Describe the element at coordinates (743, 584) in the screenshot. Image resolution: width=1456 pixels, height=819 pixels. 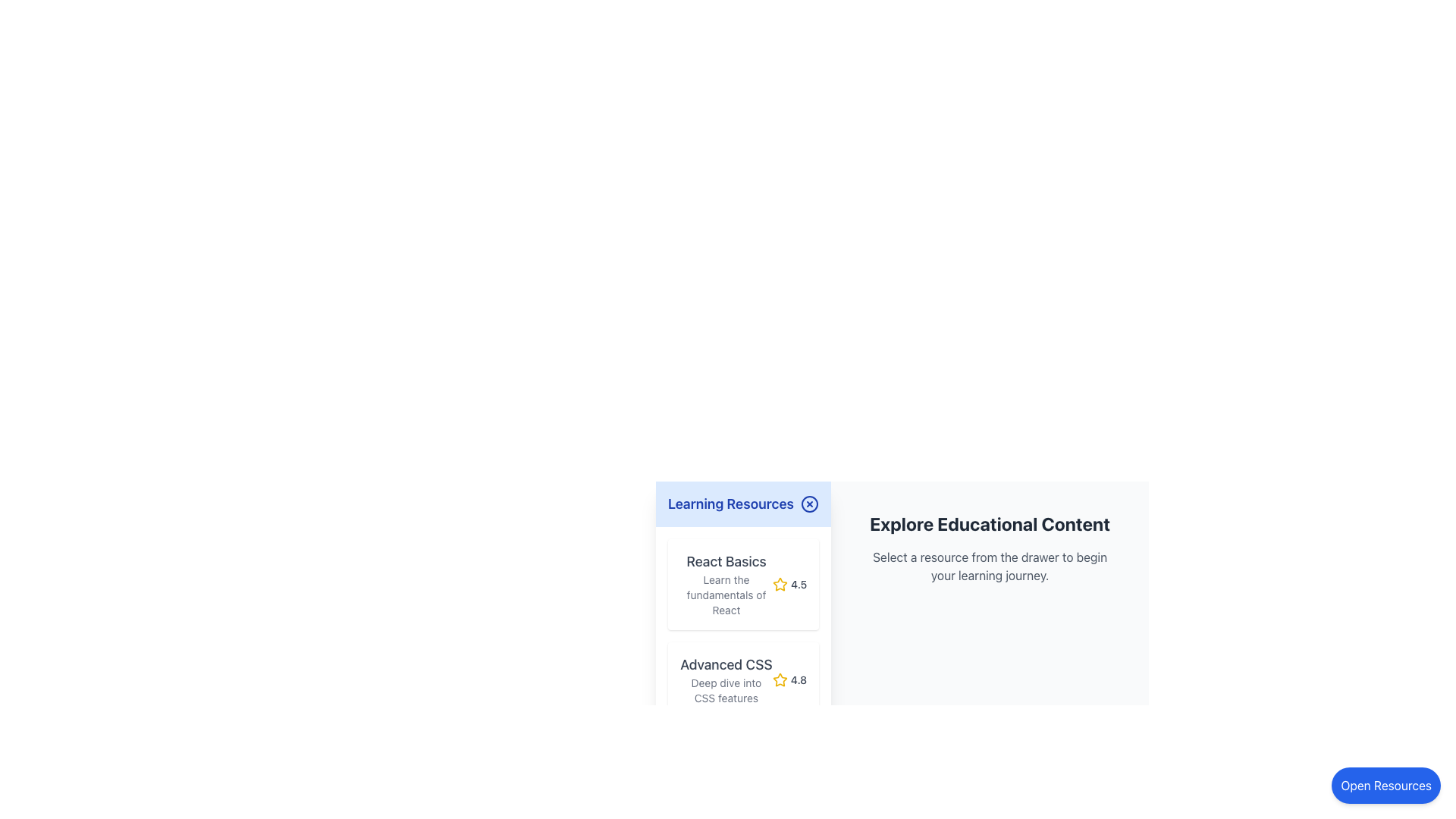
I see `the card titled 'React Basics' which displays a rating of '4.5' and is the first in the stack of learning resources` at that location.